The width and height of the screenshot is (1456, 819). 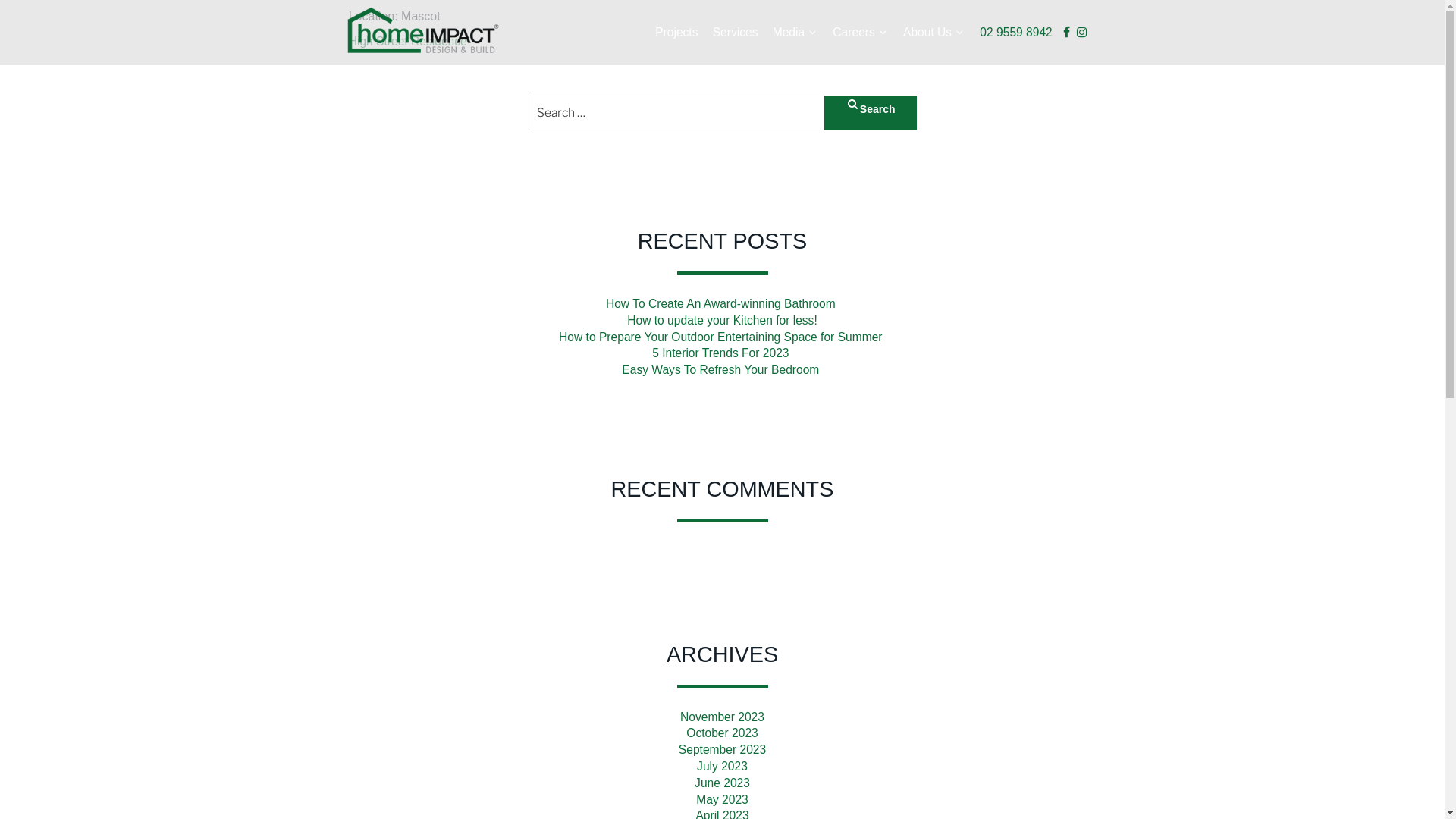 What do you see at coordinates (934, 32) in the screenshot?
I see `'About Us'` at bounding box center [934, 32].